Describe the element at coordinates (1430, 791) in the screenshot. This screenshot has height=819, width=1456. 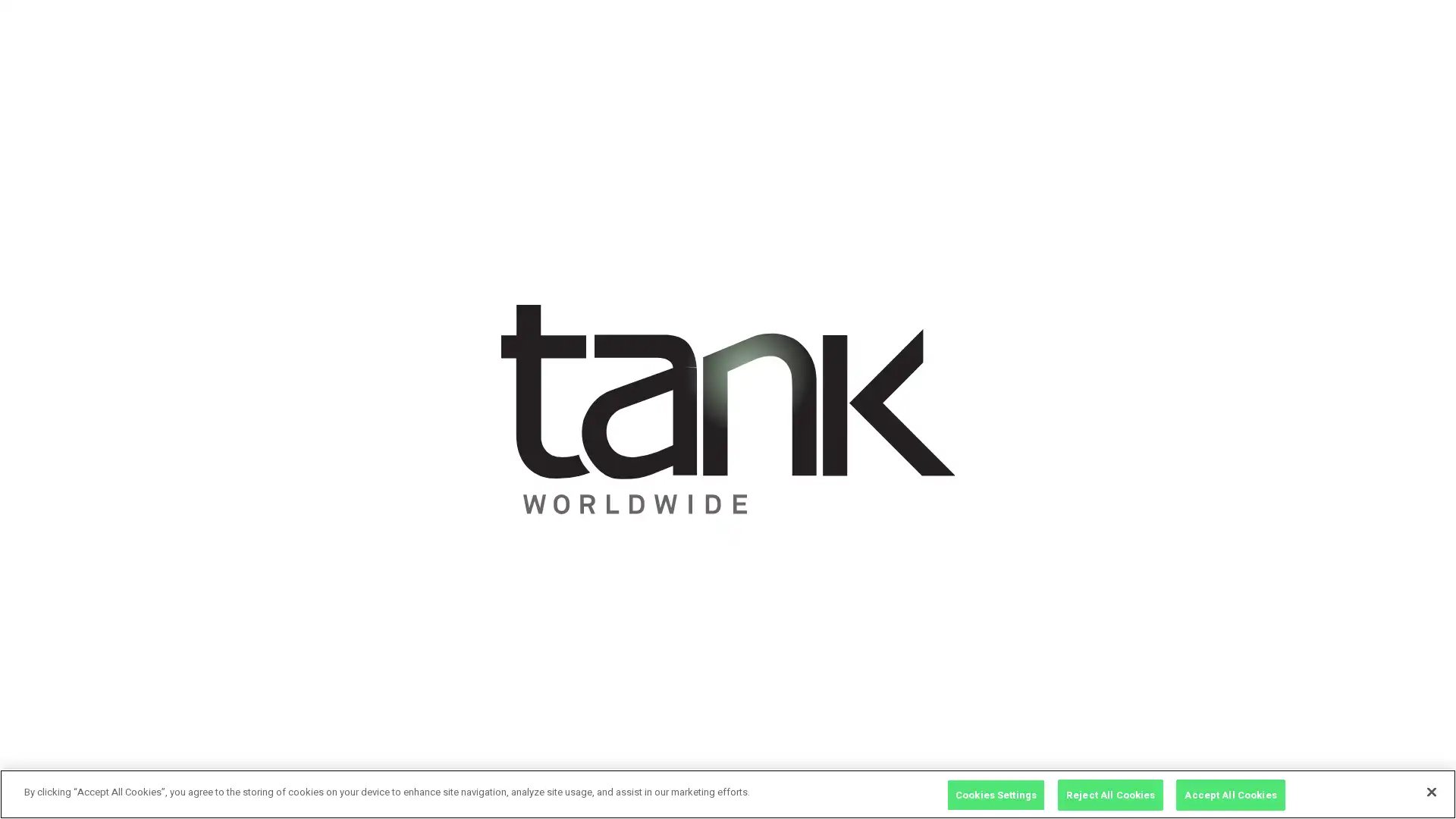
I see `Close` at that location.